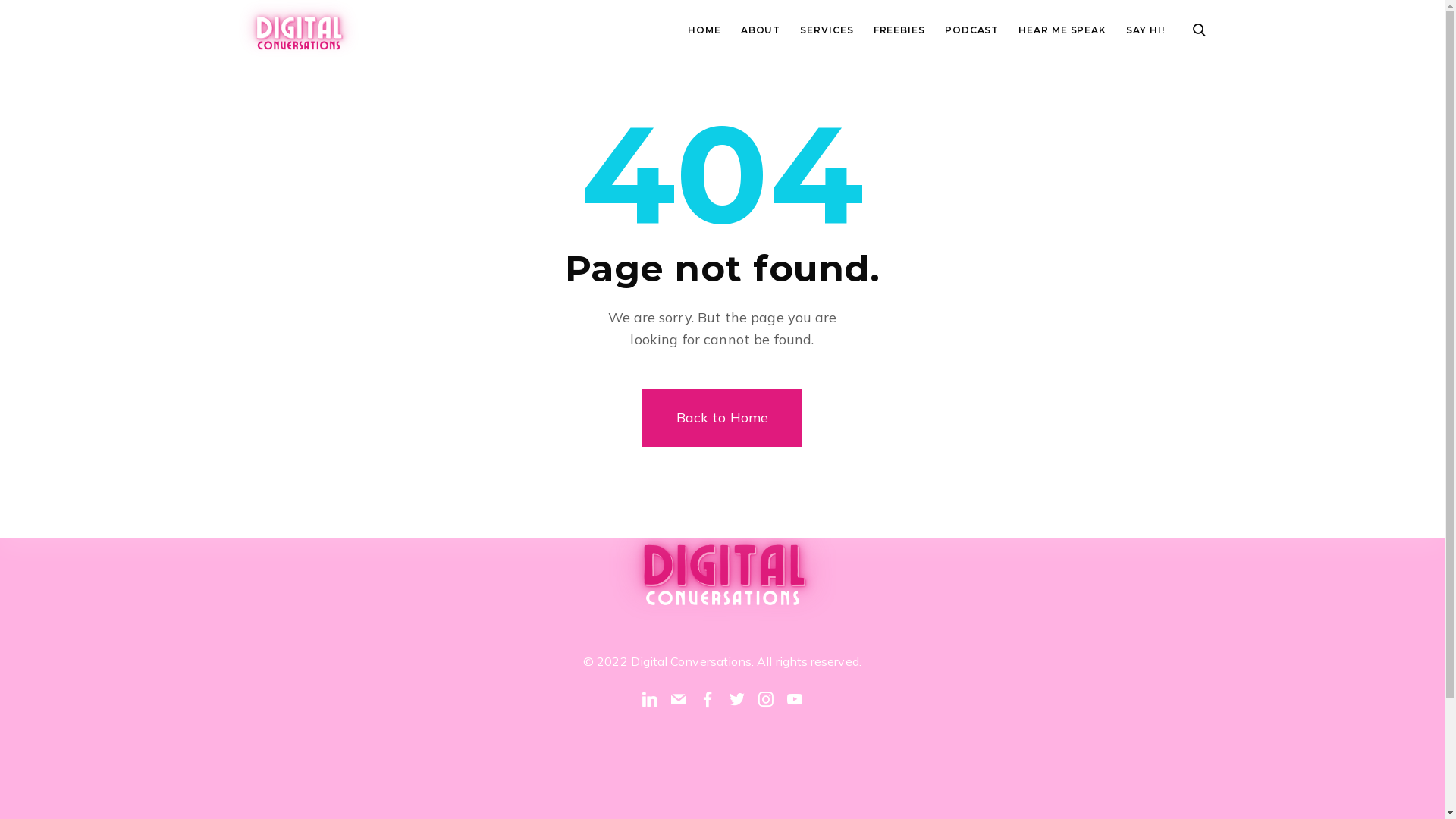 This screenshot has width=1456, height=819. Describe the element at coordinates (899, 30) in the screenshot. I see `'FREEBIES'` at that location.